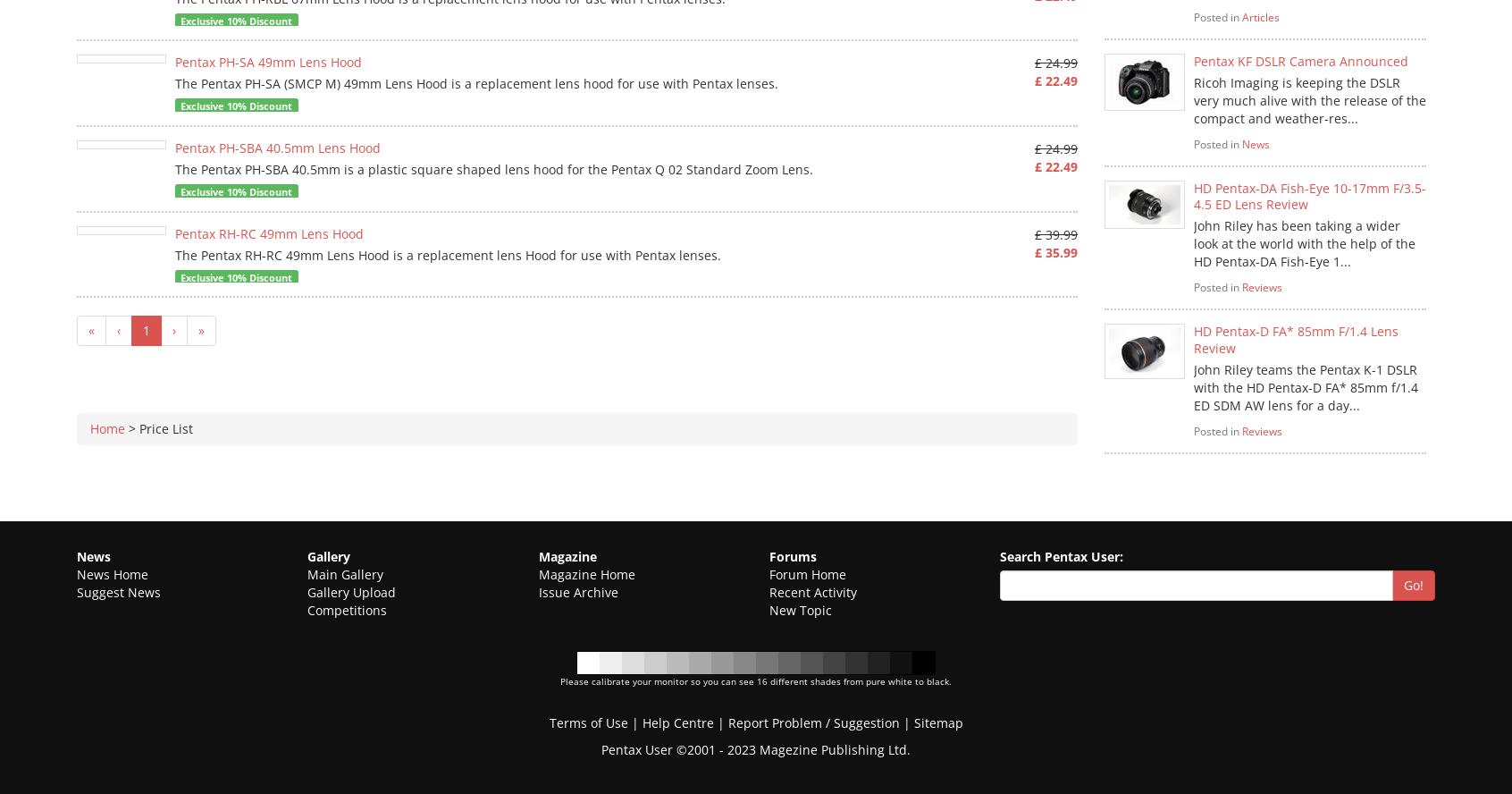 The image size is (1512, 794). What do you see at coordinates (351, 590) in the screenshot?
I see `'Gallery Upload'` at bounding box center [351, 590].